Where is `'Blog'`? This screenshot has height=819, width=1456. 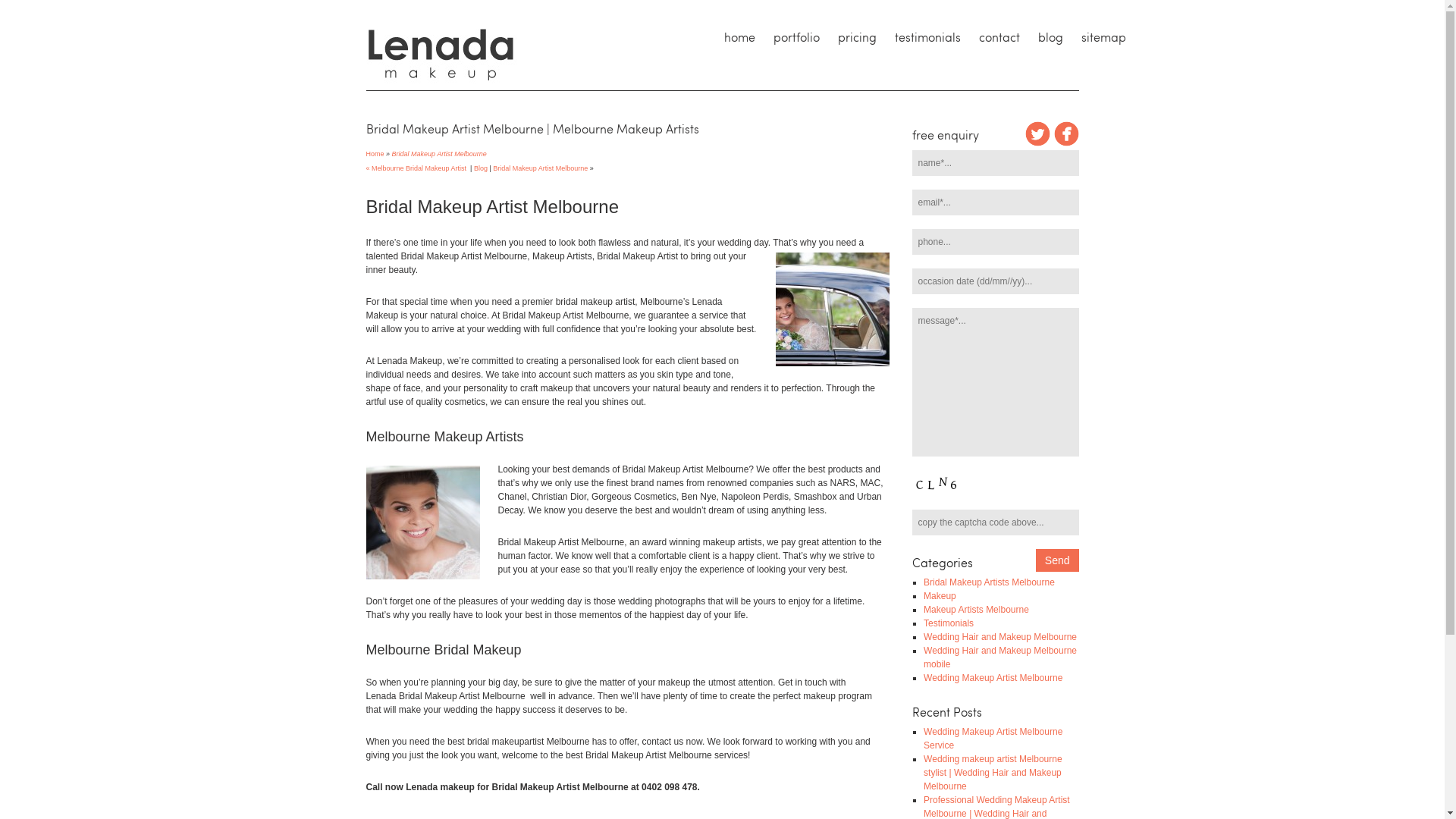 'Blog' is located at coordinates (479, 168).